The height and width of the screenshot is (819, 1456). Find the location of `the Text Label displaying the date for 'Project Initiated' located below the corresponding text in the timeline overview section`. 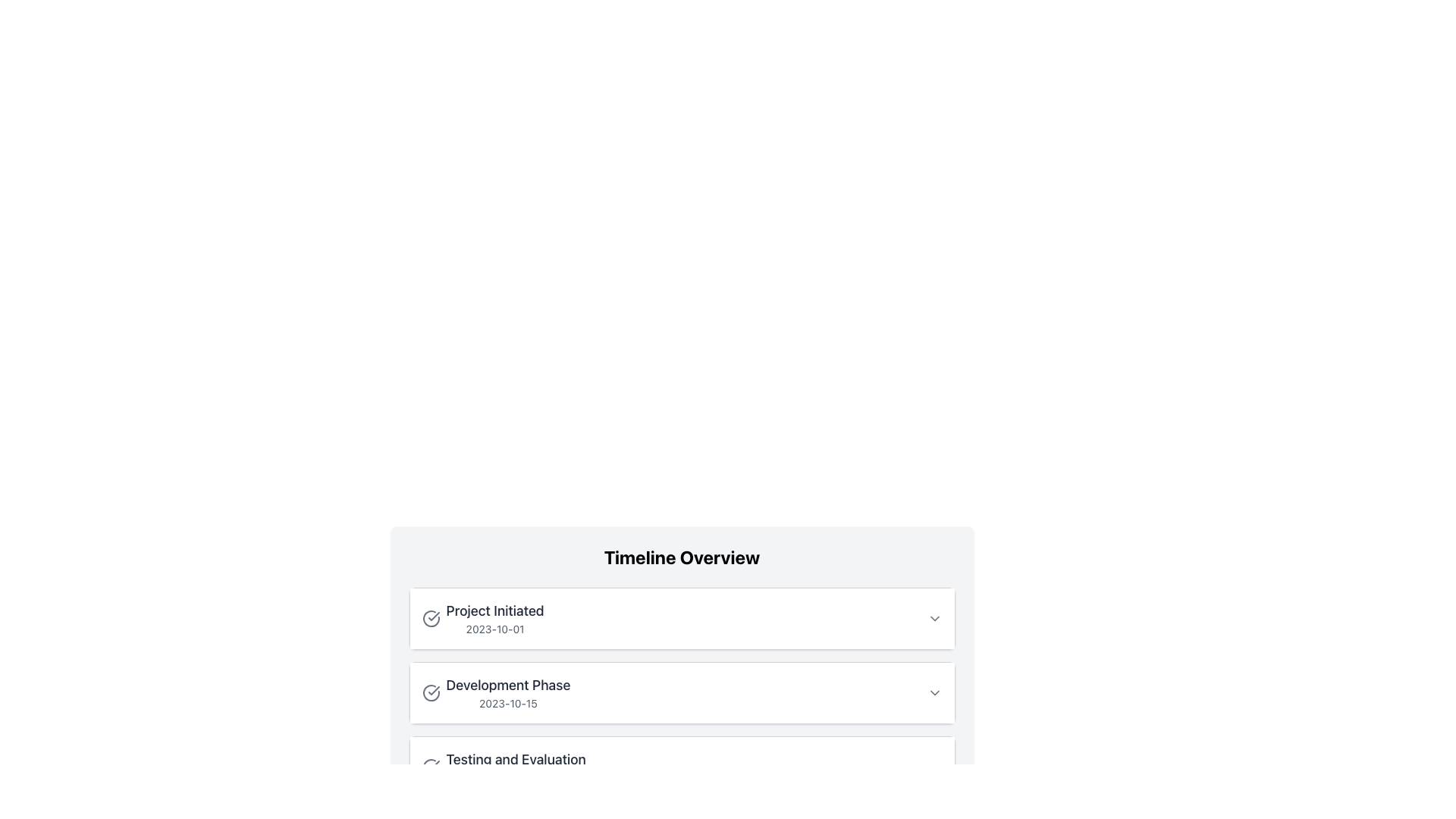

the Text Label displaying the date for 'Project Initiated' located below the corresponding text in the timeline overview section is located at coordinates (494, 629).